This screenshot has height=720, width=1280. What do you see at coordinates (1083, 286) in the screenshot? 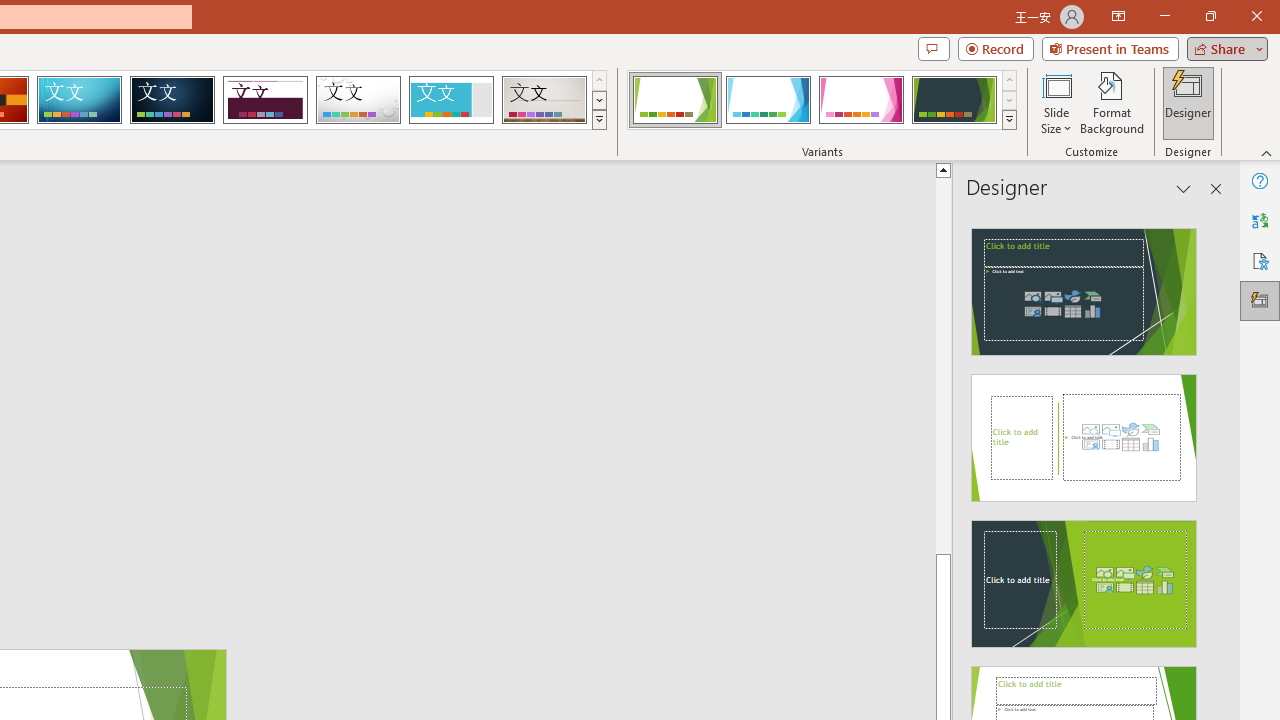
I see `'Recommended Design: Design Idea'` at bounding box center [1083, 286].